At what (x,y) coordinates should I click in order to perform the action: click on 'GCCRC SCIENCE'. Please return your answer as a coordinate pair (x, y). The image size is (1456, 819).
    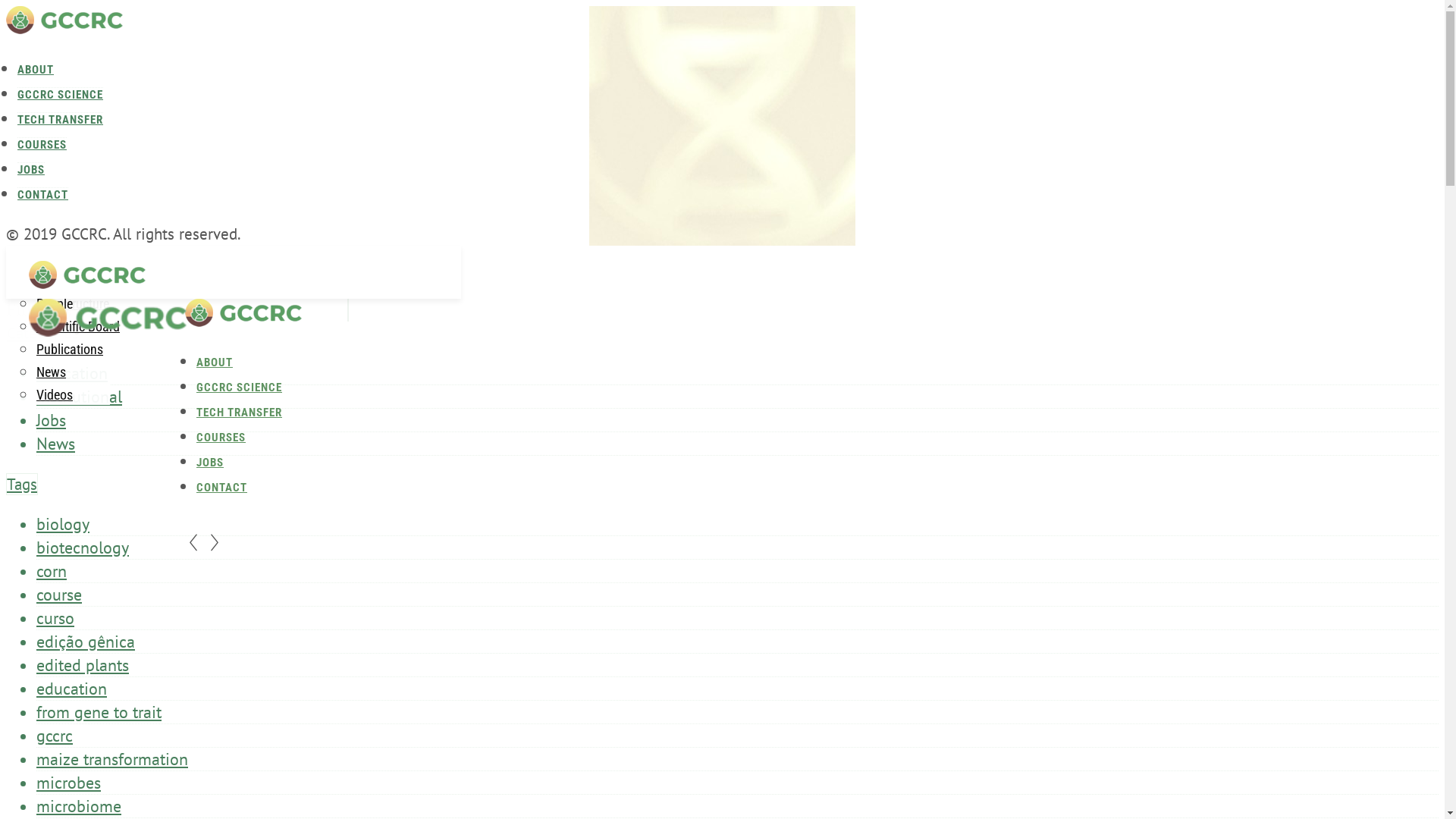
    Looking at the image, I should click on (238, 386).